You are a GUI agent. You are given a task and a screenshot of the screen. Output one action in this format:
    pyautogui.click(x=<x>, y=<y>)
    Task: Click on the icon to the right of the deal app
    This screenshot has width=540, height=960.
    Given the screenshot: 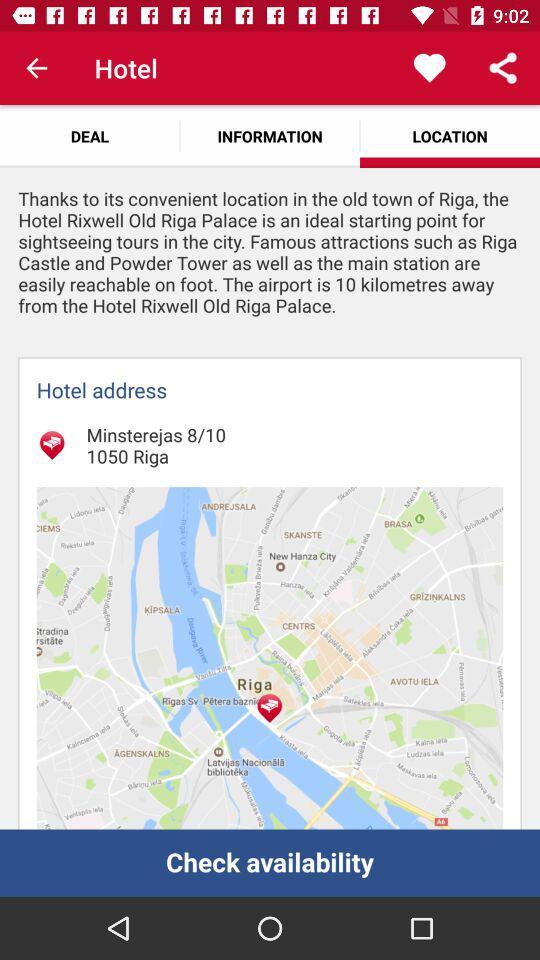 What is the action you would take?
    pyautogui.click(x=270, y=135)
    